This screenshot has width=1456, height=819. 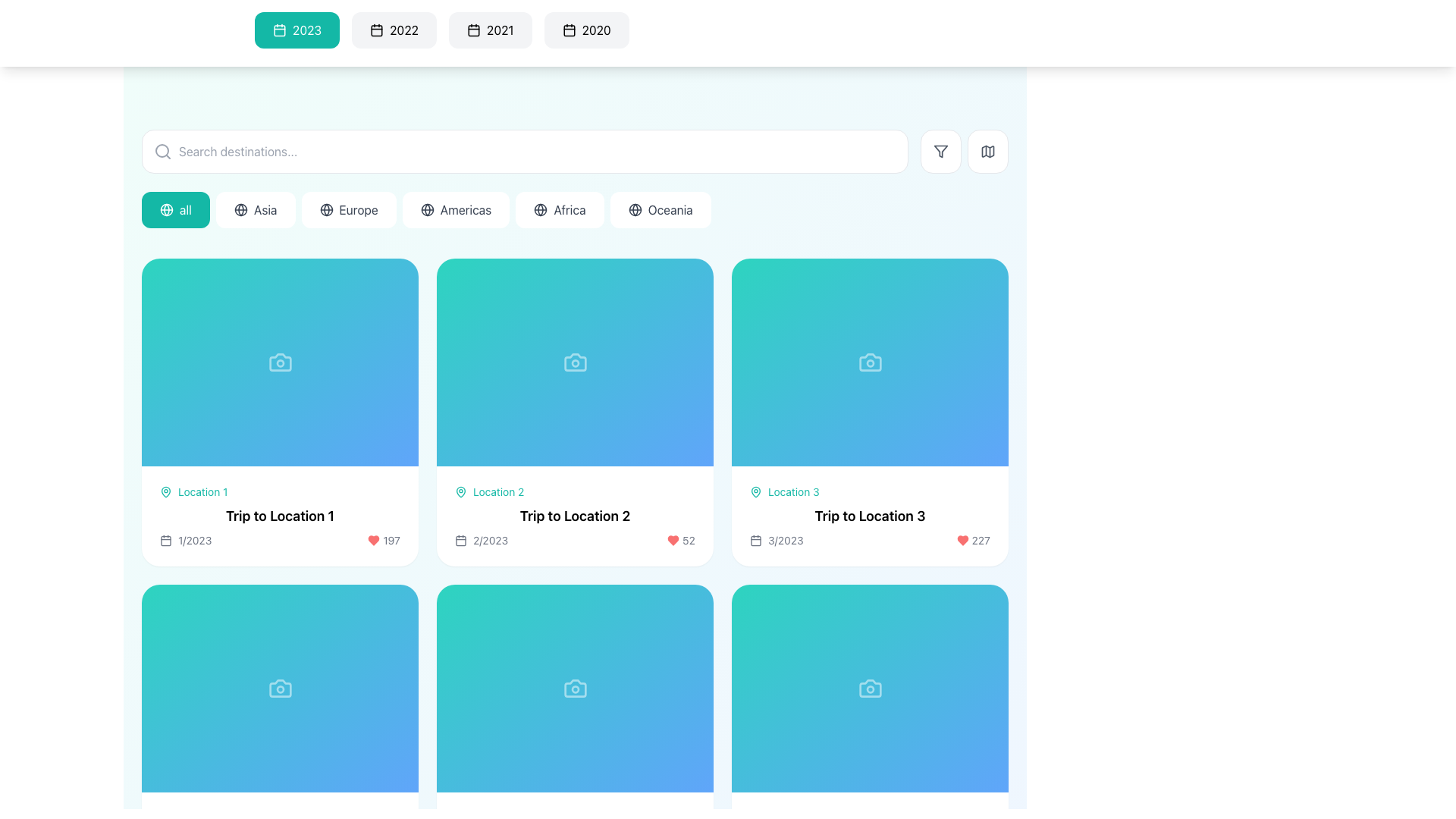 What do you see at coordinates (185, 539) in the screenshot?
I see `the date label indicating the starting date for the trip, located in the first card under 'Trip to Location 1', positioned to the left of the heart-shaped icon` at bounding box center [185, 539].